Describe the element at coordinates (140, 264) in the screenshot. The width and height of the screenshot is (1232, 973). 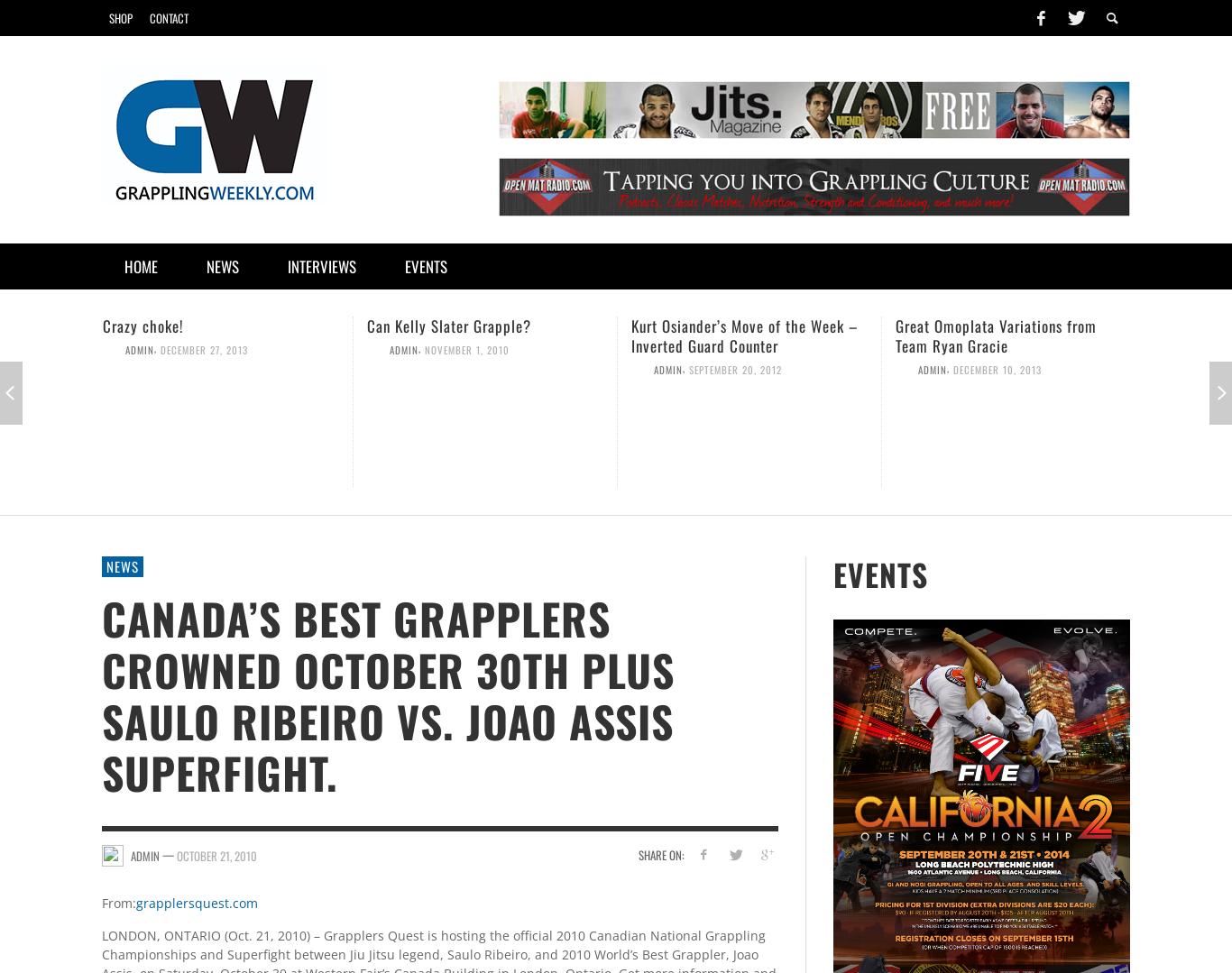
I see `'Home'` at that location.